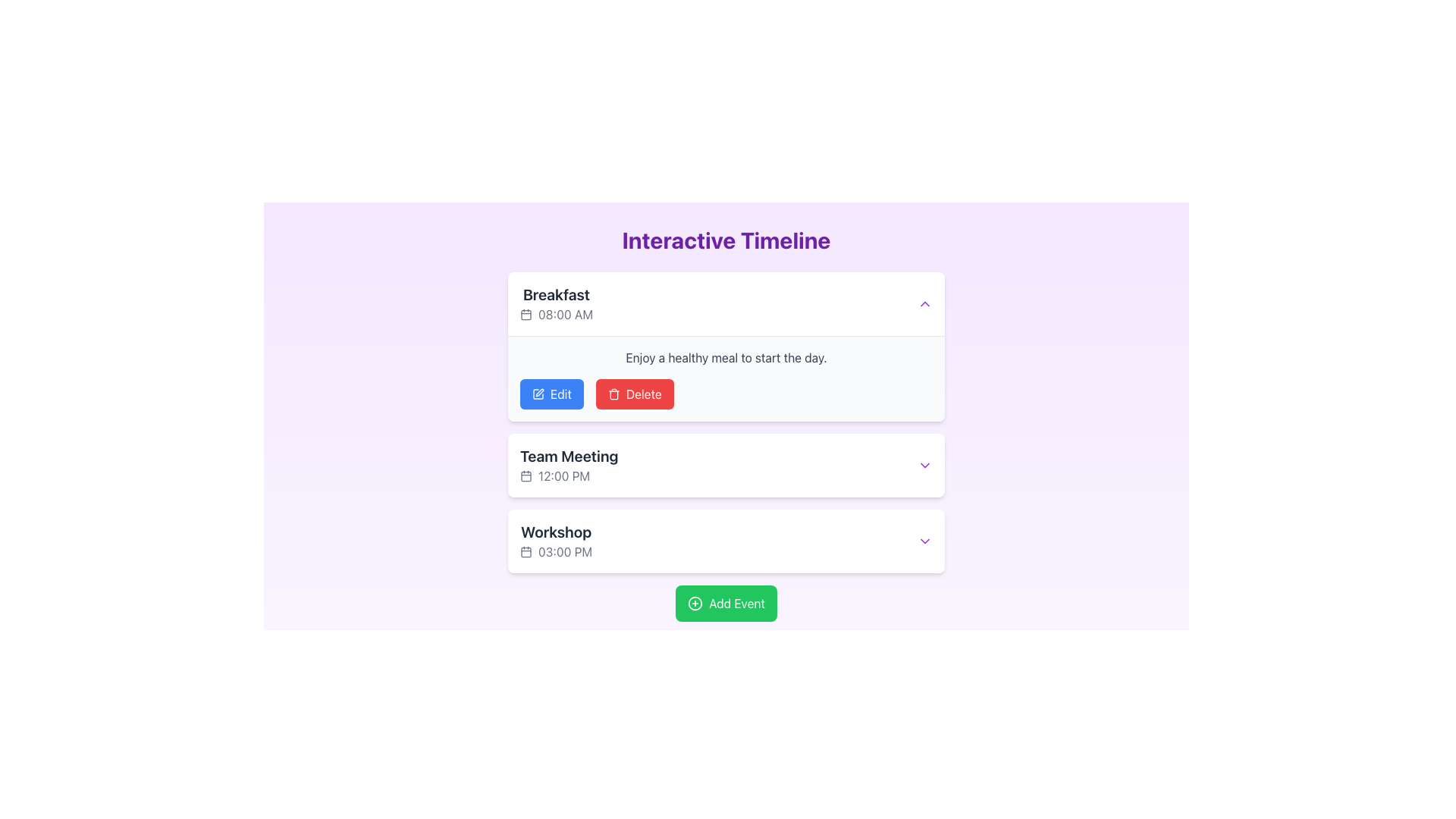  Describe the element at coordinates (555, 540) in the screenshot. I see `the scheduled event list item titled 'Workshop' at 03:00 PM, which is the third item in a vertical list of events` at that location.